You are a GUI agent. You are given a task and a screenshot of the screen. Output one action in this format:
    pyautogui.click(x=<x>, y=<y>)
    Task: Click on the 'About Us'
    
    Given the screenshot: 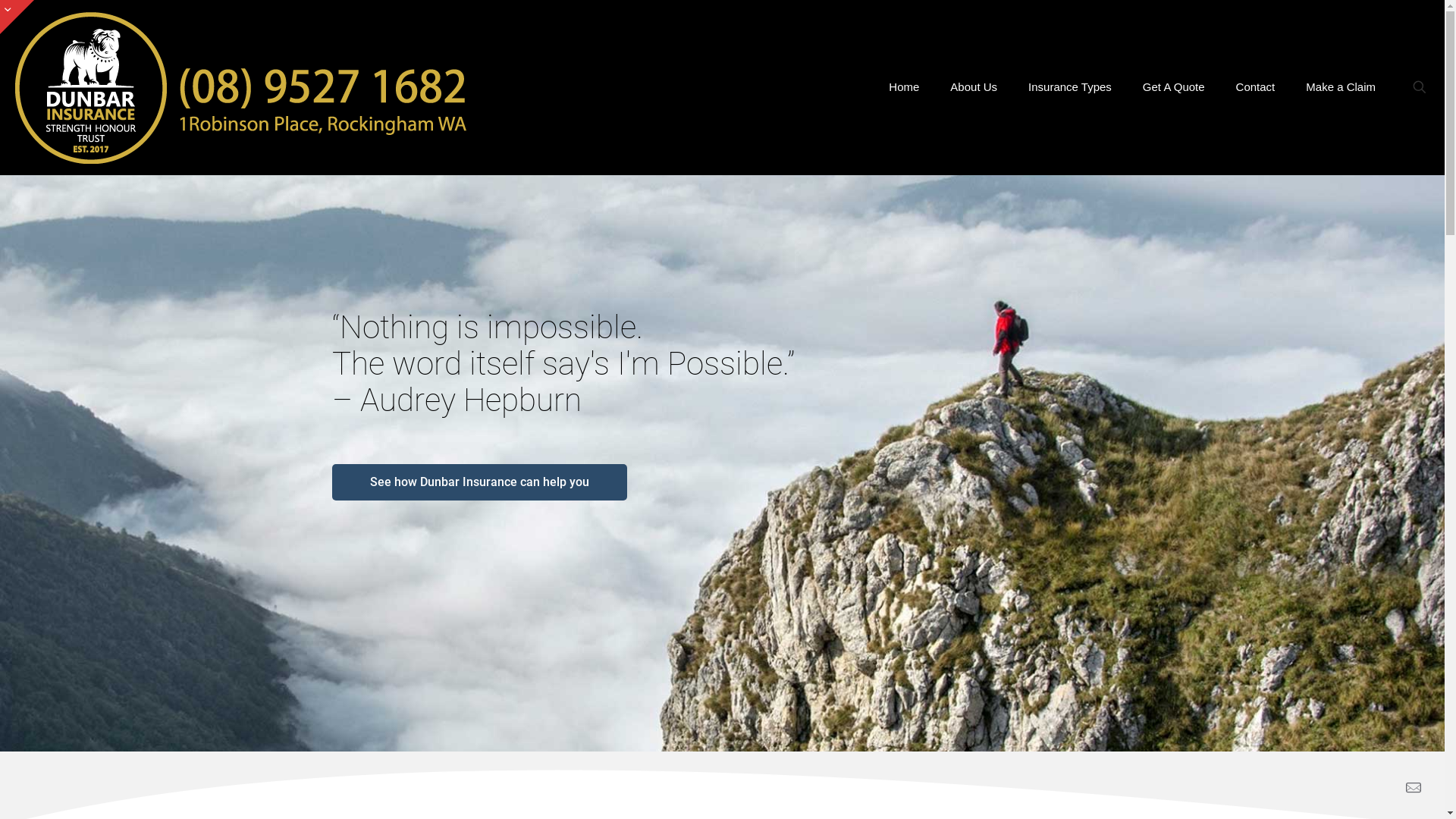 What is the action you would take?
    pyautogui.click(x=974, y=87)
    